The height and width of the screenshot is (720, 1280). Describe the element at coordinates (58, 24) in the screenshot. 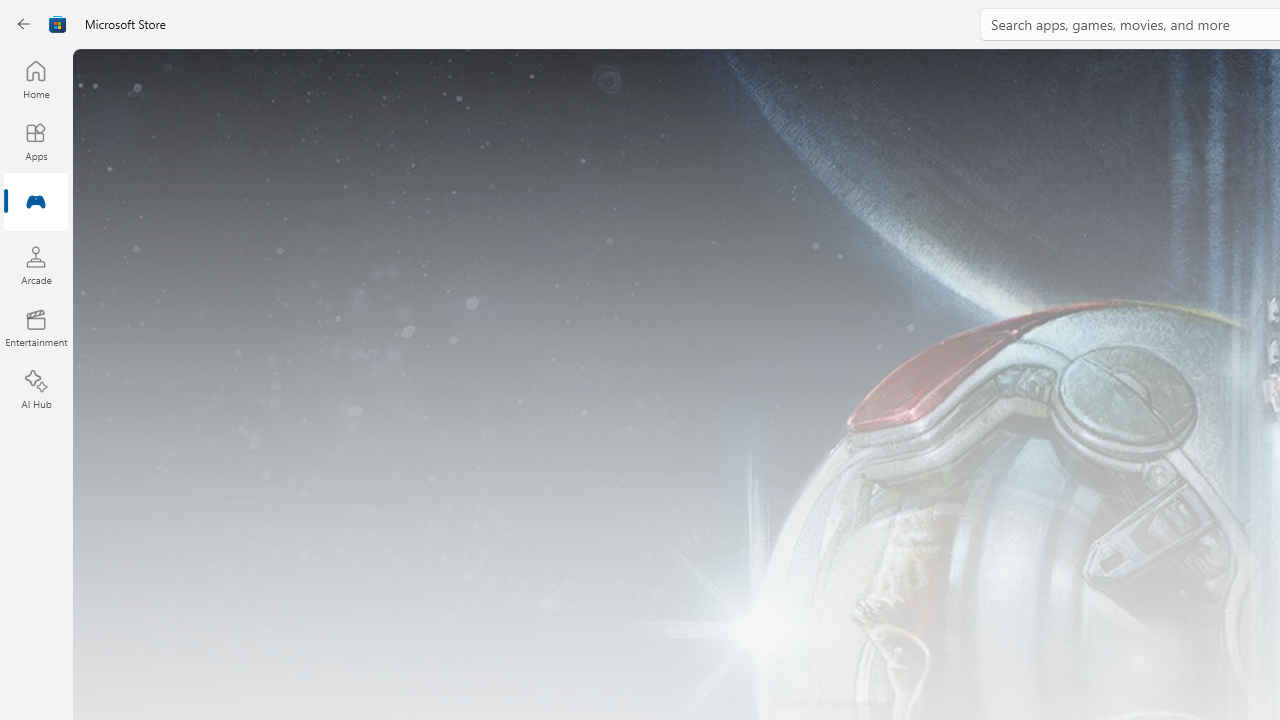

I see `'Class: Image'` at that location.